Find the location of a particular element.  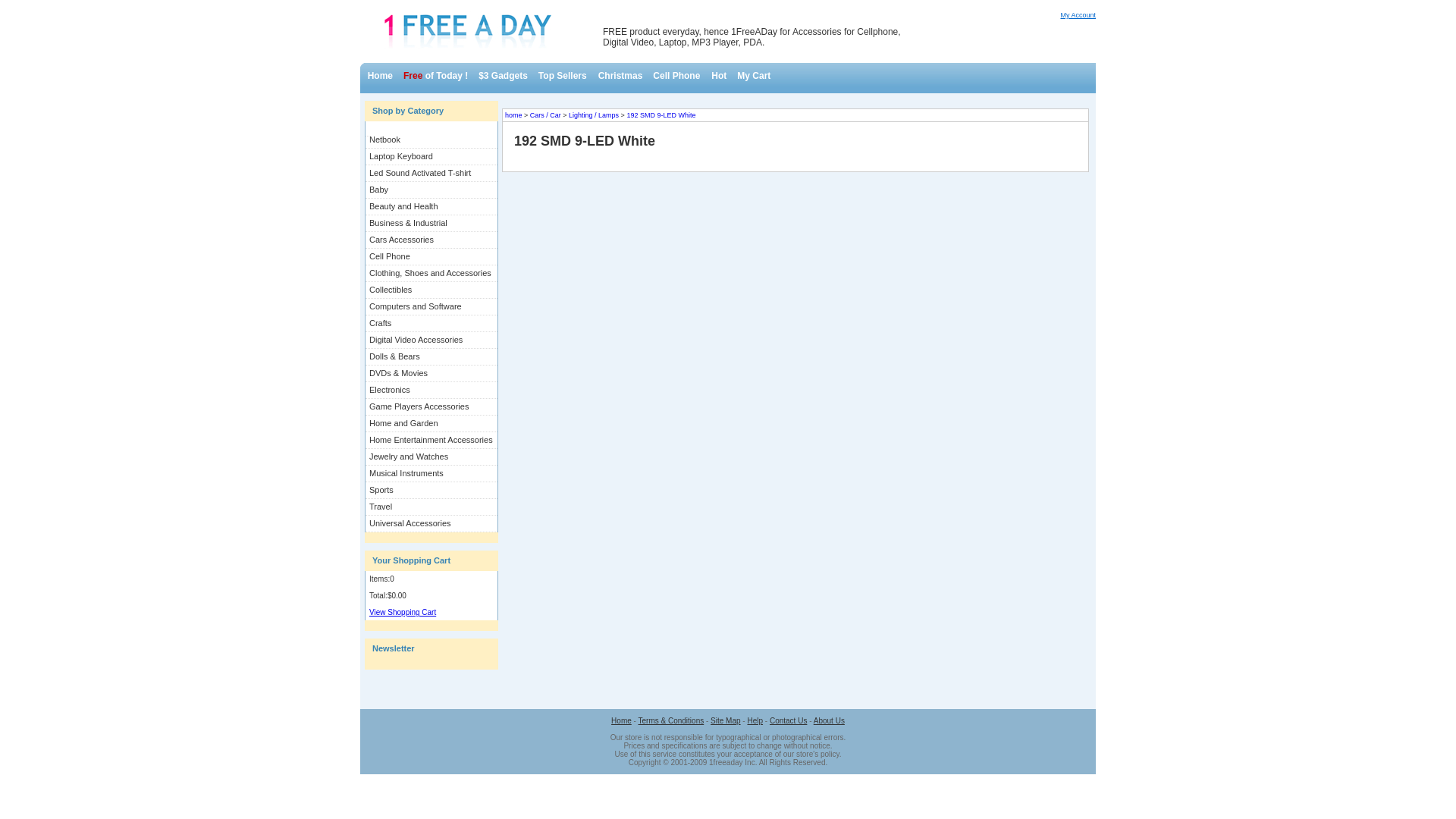

'$3 Gadgets' is located at coordinates (503, 76).